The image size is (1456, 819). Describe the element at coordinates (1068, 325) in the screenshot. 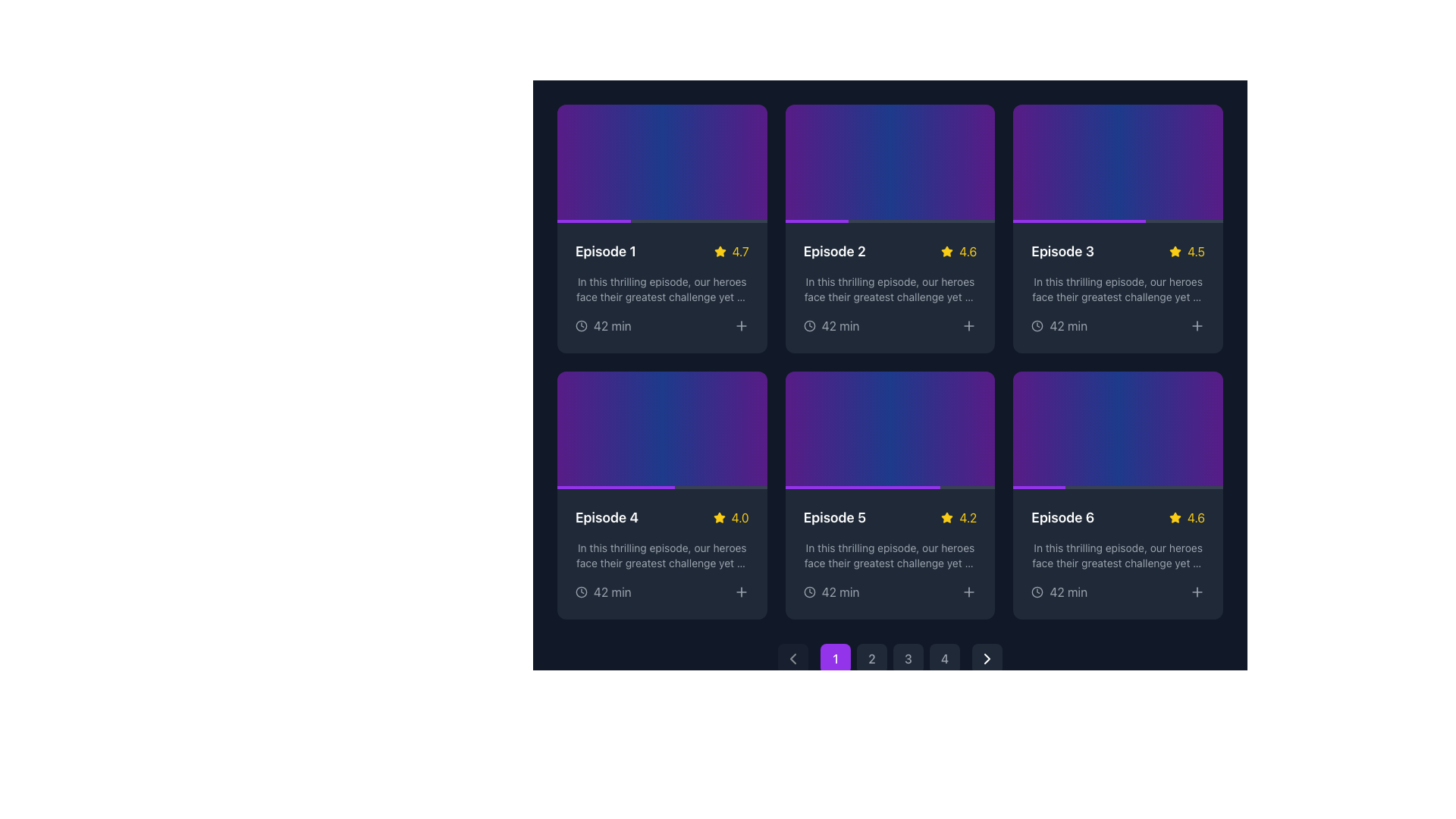

I see `the static text label that indicates the duration of the episode under the 'Episode 3' card in the third column of the 3x2 card grid layout` at that location.